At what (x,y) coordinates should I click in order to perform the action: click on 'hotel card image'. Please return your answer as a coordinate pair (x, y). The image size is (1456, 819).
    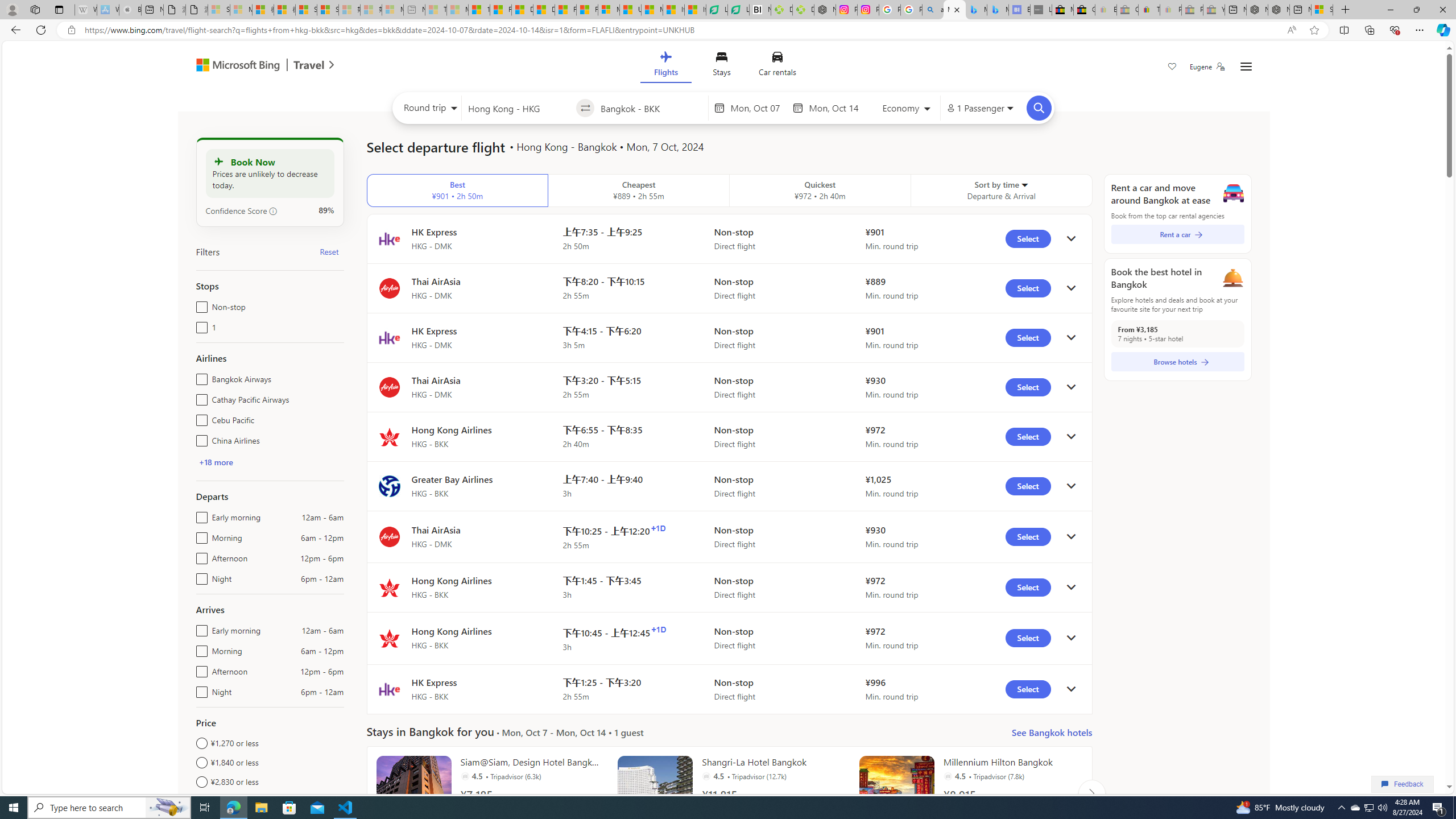
    Looking at the image, I should click on (896, 793).